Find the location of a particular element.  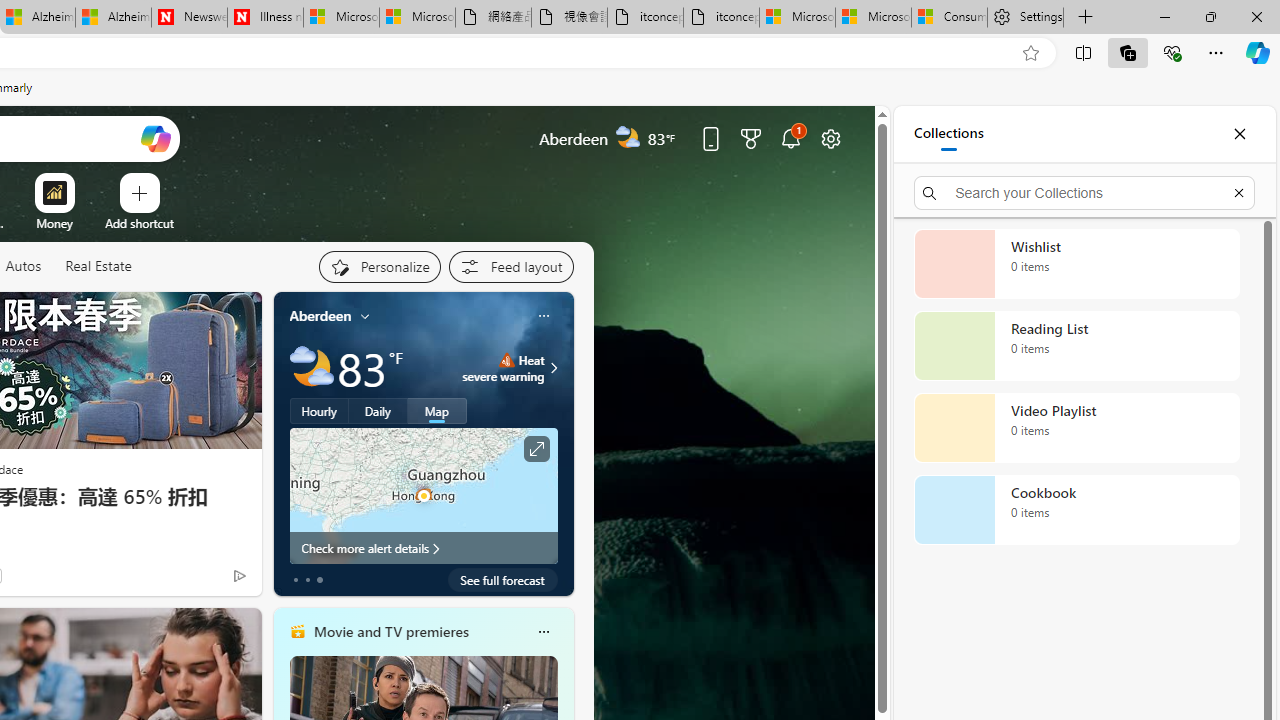

'Heat - Severe' is located at coordinates (506, 360).